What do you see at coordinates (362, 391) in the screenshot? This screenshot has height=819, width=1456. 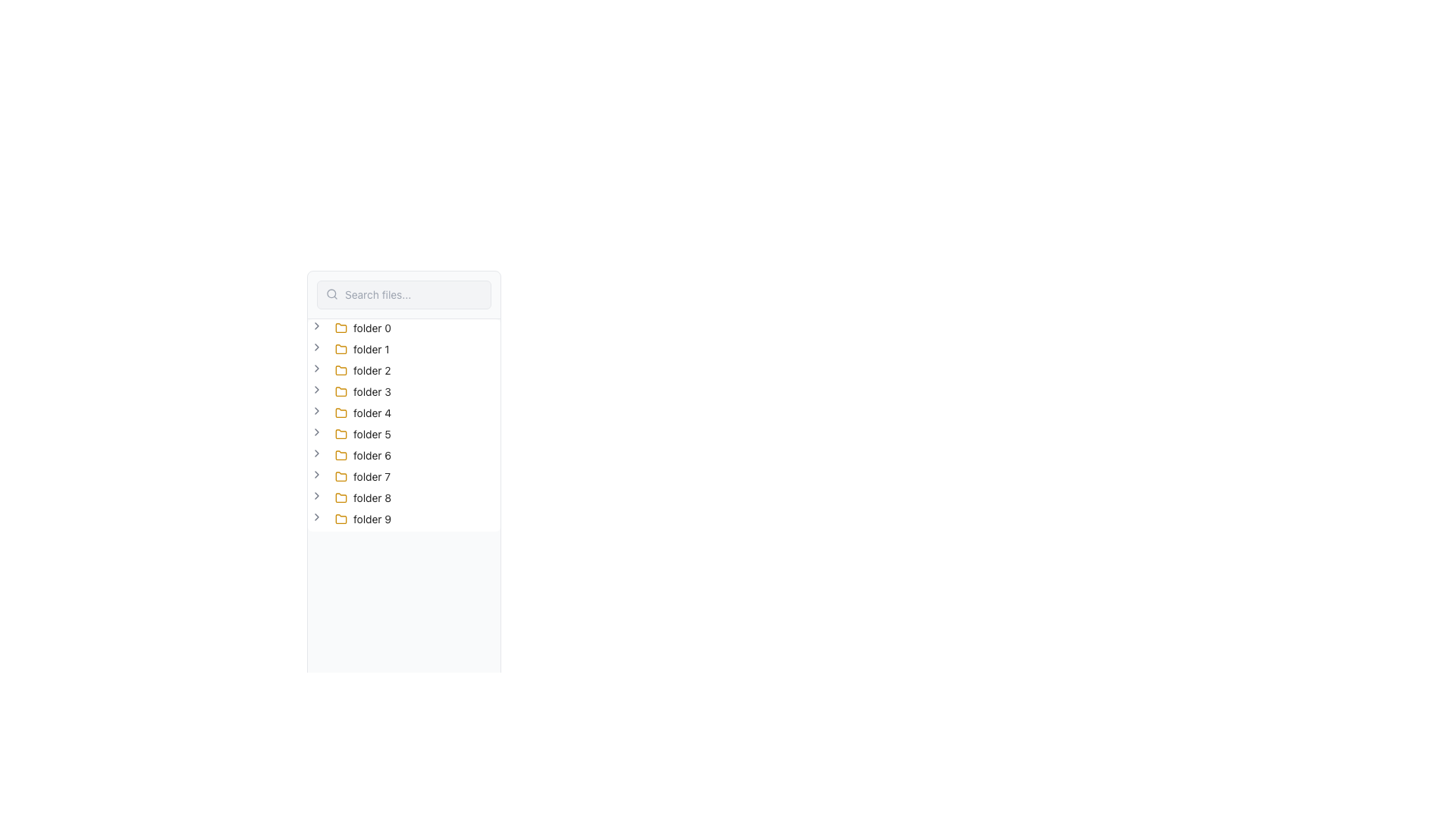 I see `the fourth folder item` at bounding box center [362, 391].